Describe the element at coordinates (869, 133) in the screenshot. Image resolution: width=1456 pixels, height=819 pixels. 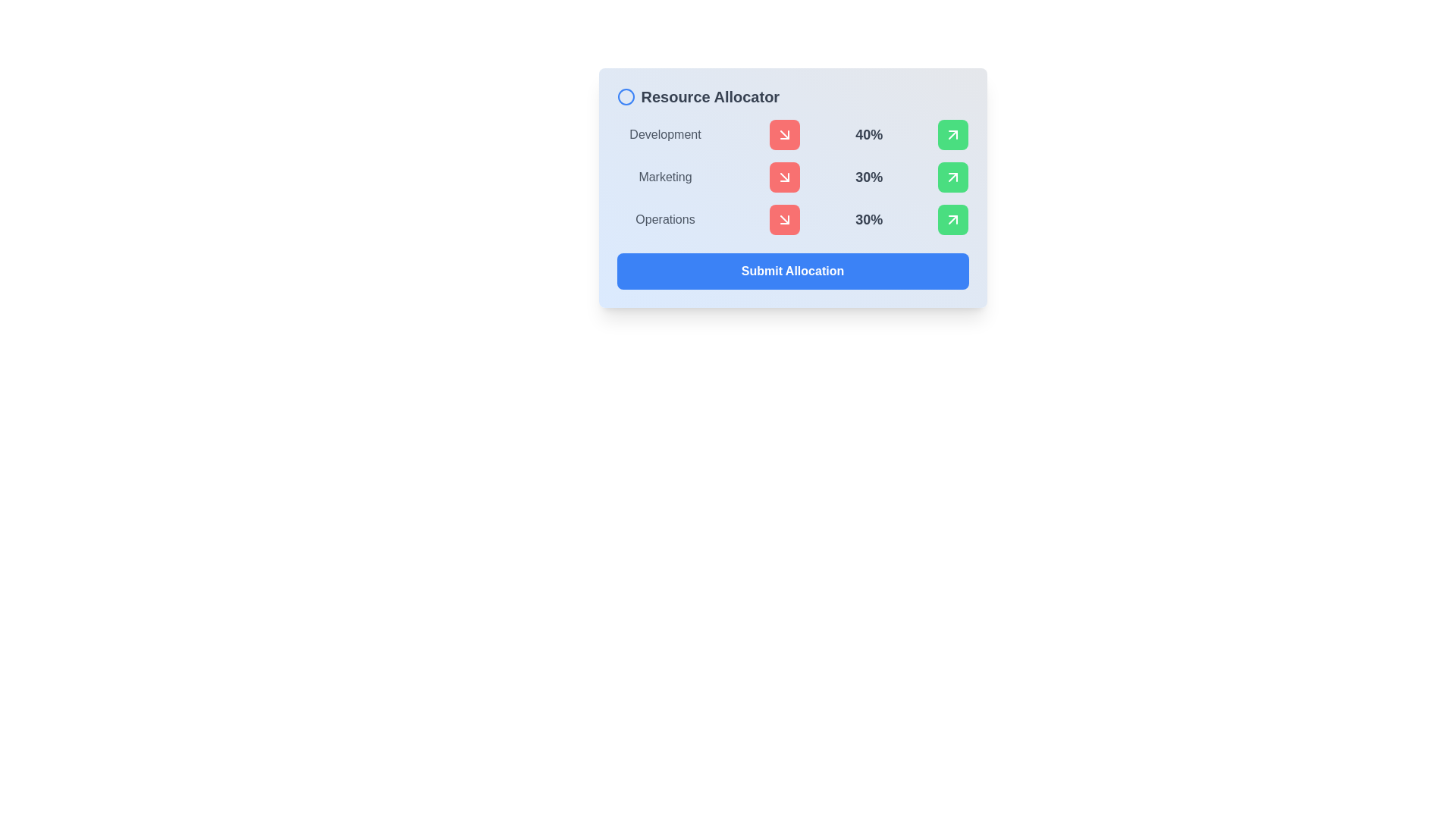
I see `the static text displaying the percentage allocation related to 'Development', located in the second column of the 'Development' row within the card layout, positioned between the arrow-down icon on the left and the arrow-up icon on the right` at that location.